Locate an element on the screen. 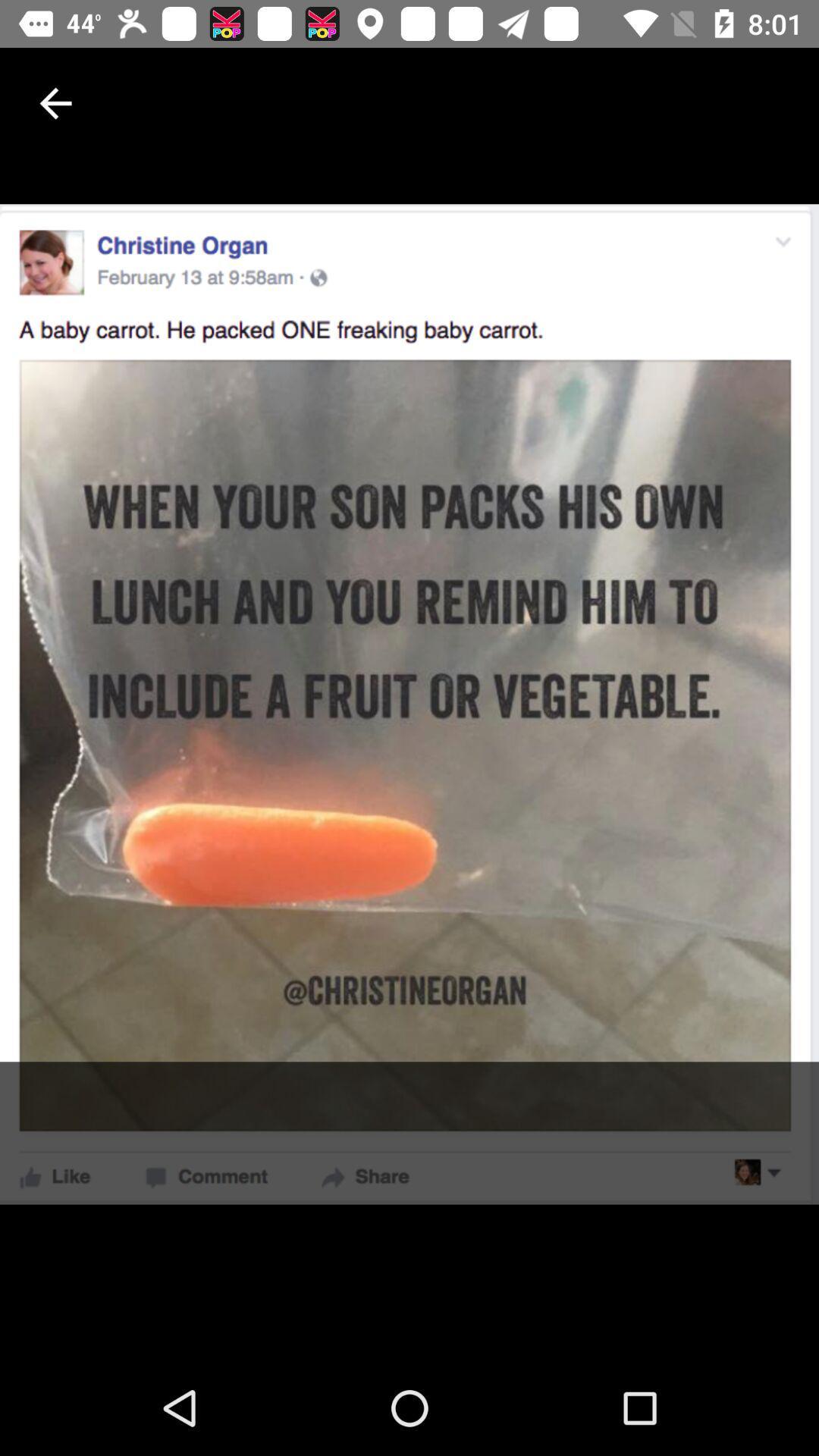 This screenshot has height=1456, width=819. the icon at the top left corner is located at coordinates (55, 102).